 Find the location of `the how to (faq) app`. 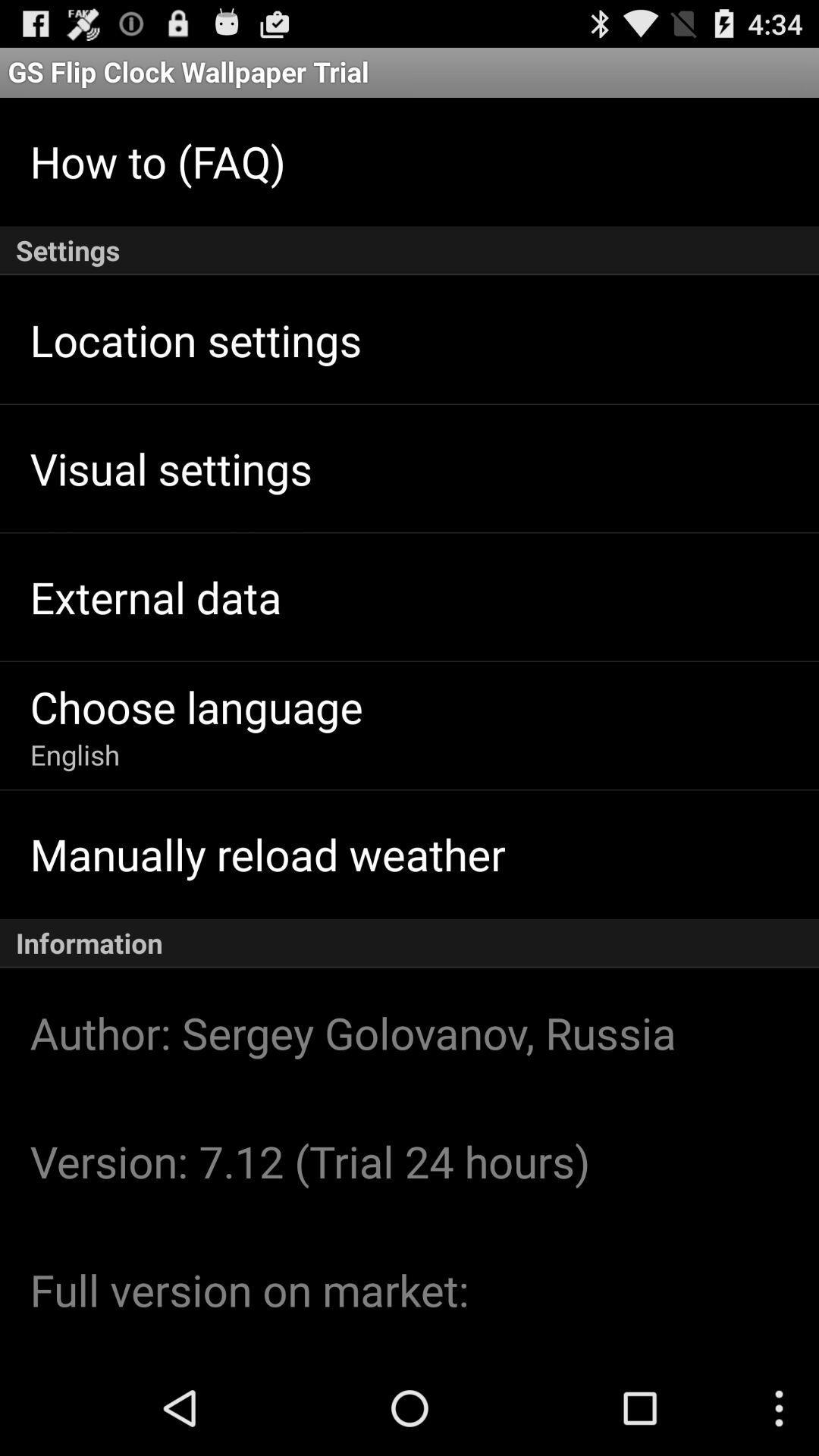

the how to (faq) app is located at coordinates (158, 161).